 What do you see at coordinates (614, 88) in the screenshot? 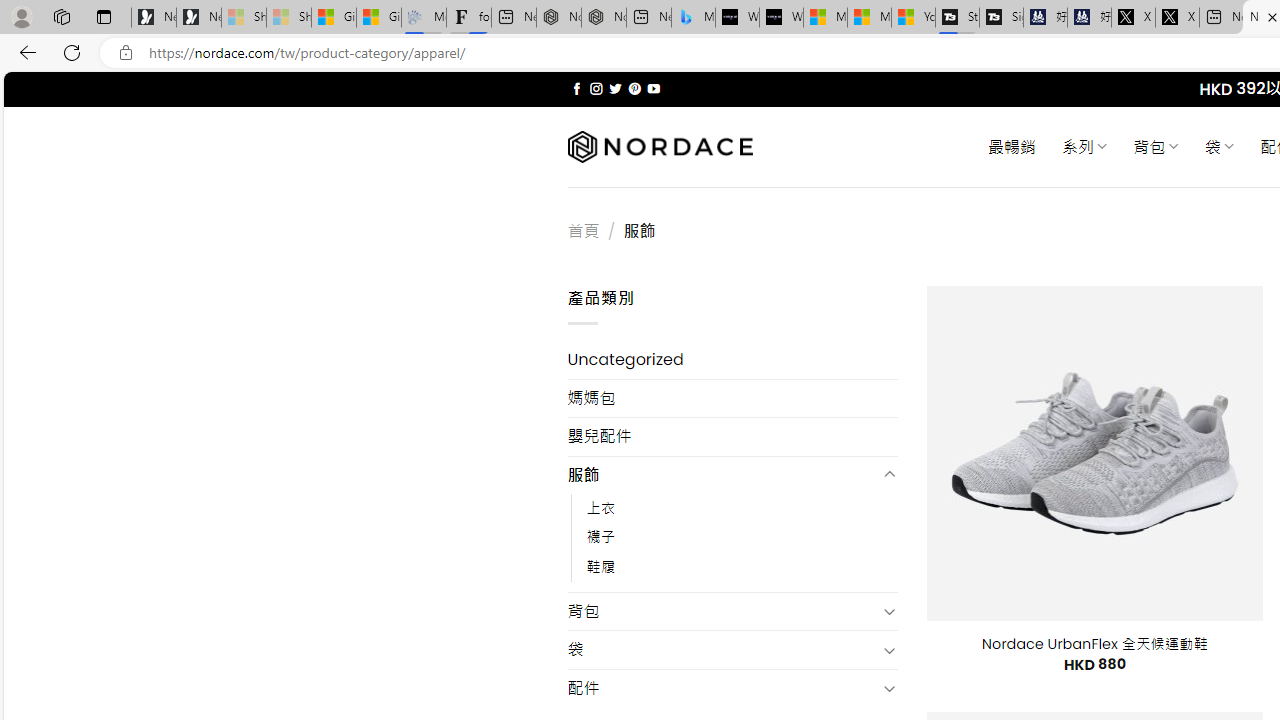
I see `'Follow on Twitter'` at bounding box center [614, 88].